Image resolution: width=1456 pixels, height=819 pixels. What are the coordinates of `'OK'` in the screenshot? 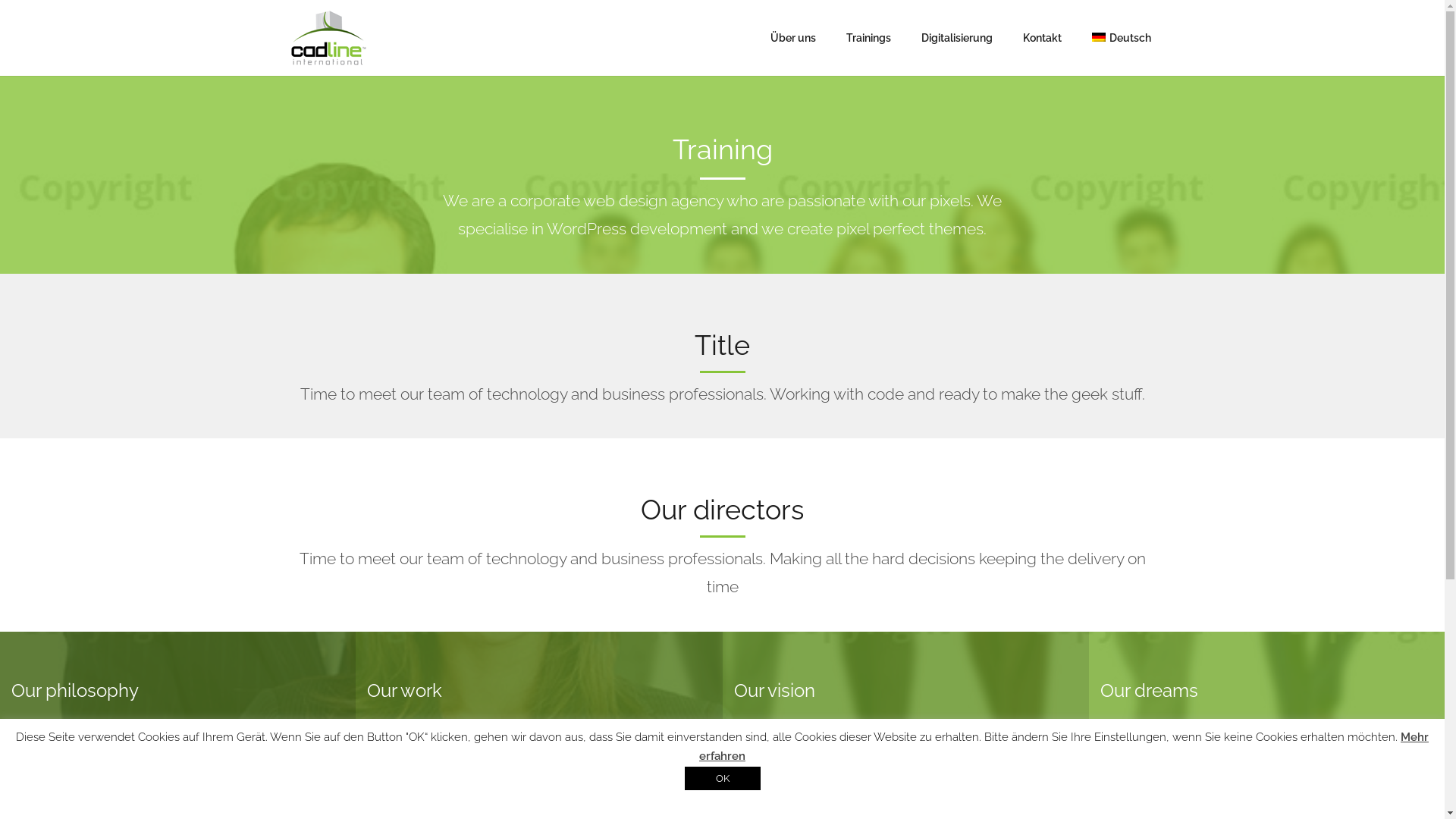 It's located at (720, 778).